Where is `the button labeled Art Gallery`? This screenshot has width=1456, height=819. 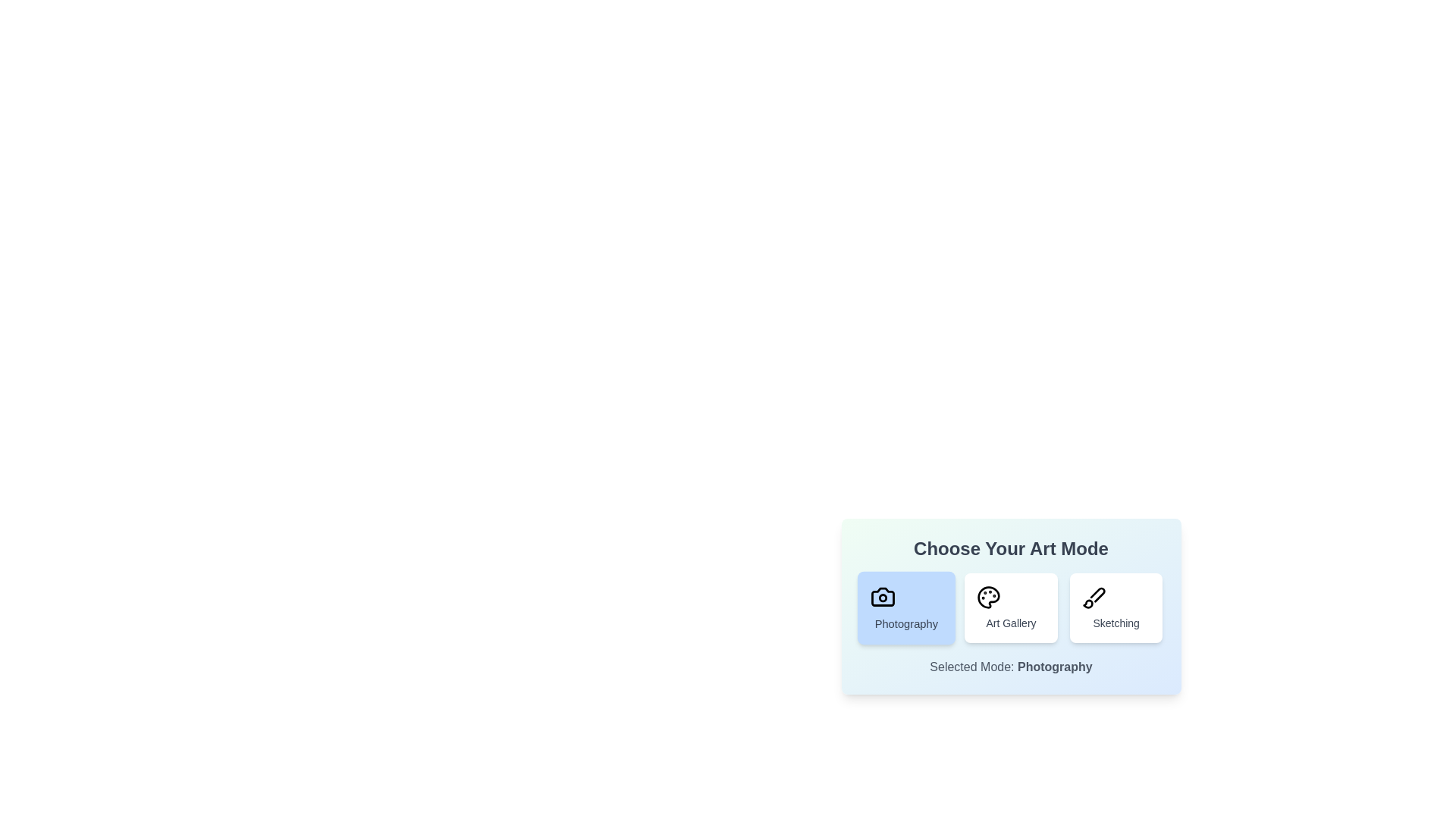
the button labeled Art Gallery is located at coordinates (1011, 607).